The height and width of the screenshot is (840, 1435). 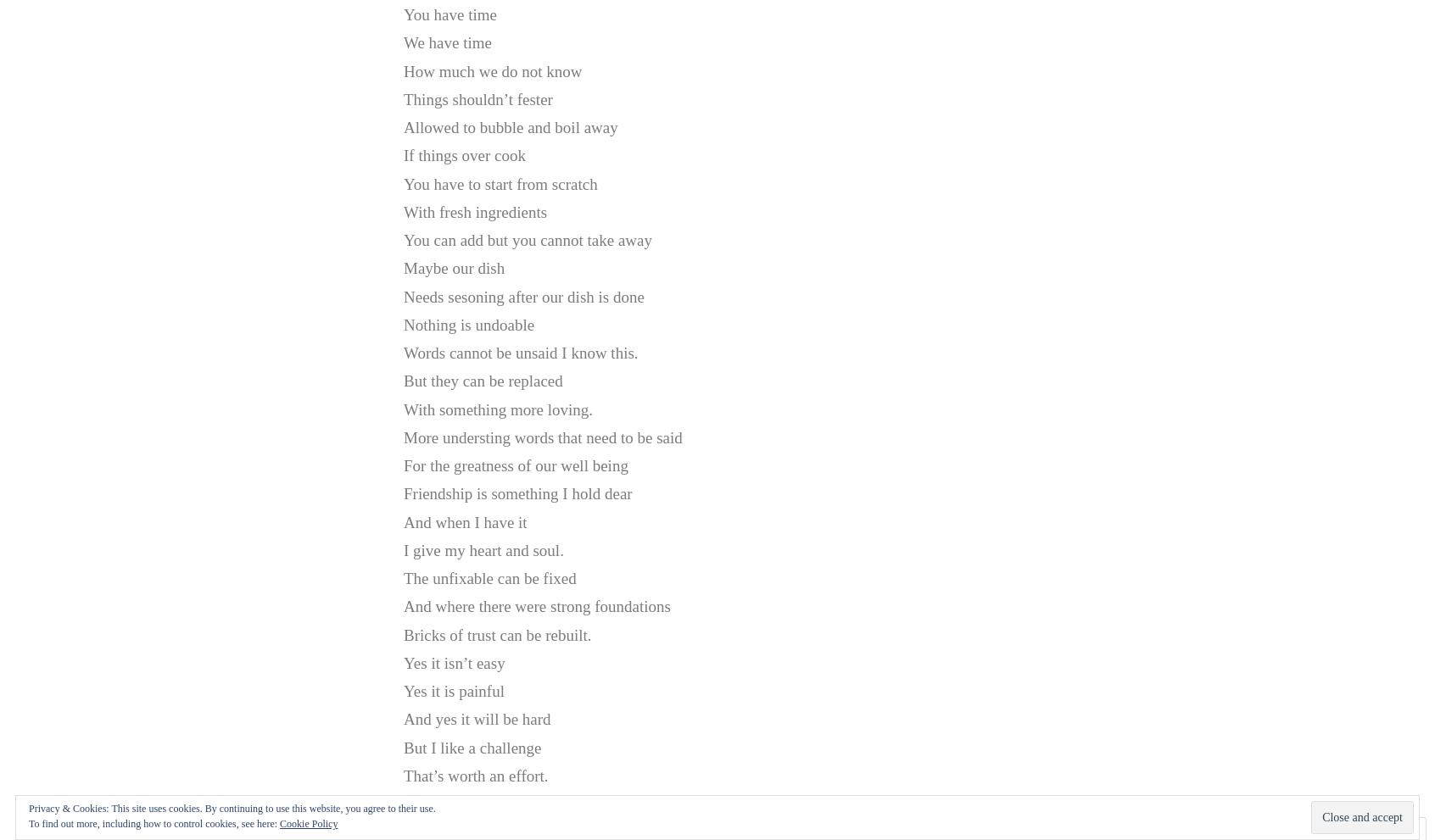 I want to click on 'You can add but you cannot take away', so click(x=527, y=239).